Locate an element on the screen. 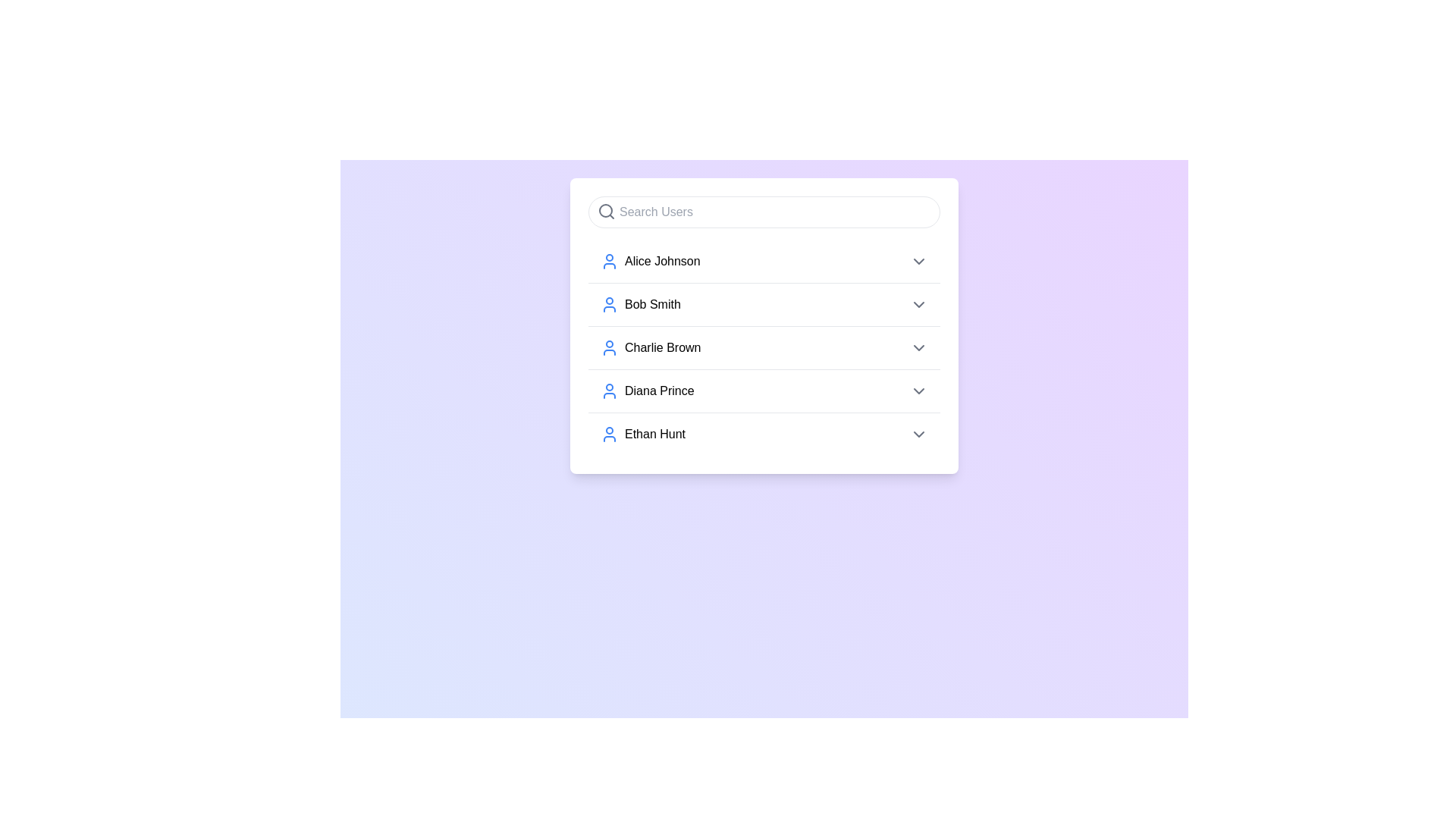 The height and width of the screenshot is (819, 1456). the search icon located in the upper-left area of the search input box, positioned just to the left of the placeholder text 'Search Users' is located at coordinates (607, 211).